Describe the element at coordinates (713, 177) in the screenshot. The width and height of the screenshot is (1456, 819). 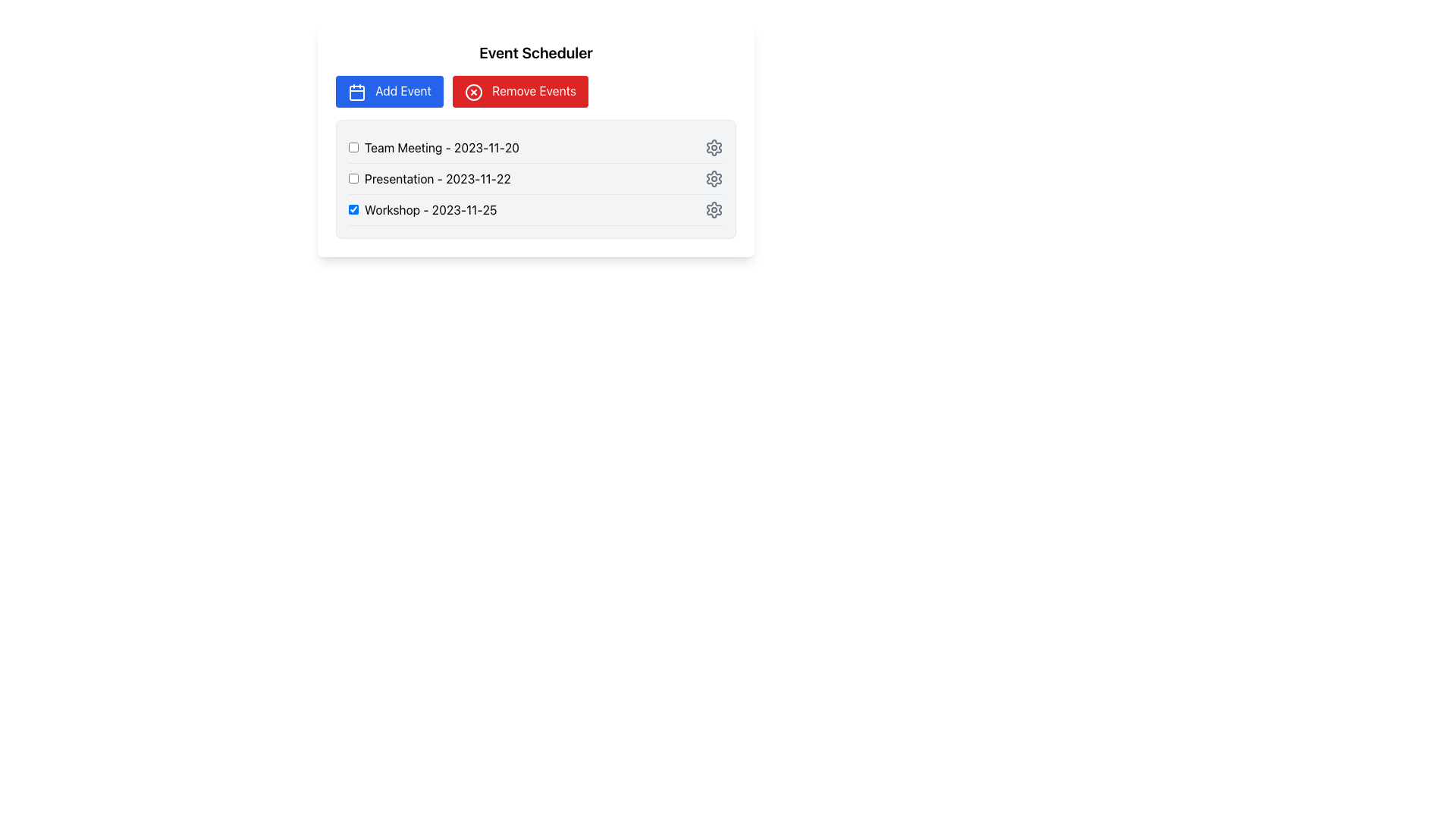
I see `the icon button on the far right side of the row for 'Presentation - 2023-11-22'` at that location.